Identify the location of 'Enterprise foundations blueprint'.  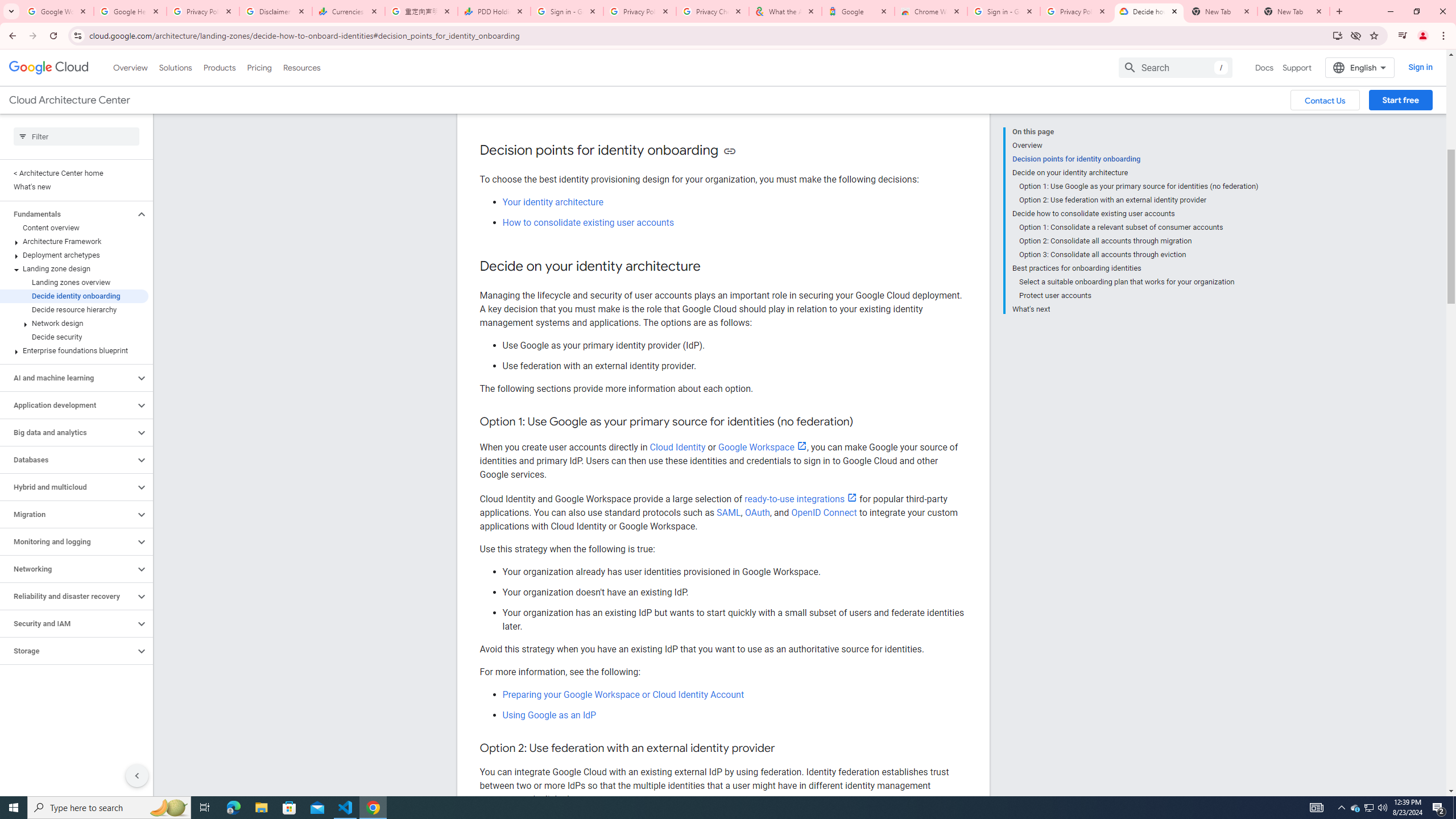
(74, 350).